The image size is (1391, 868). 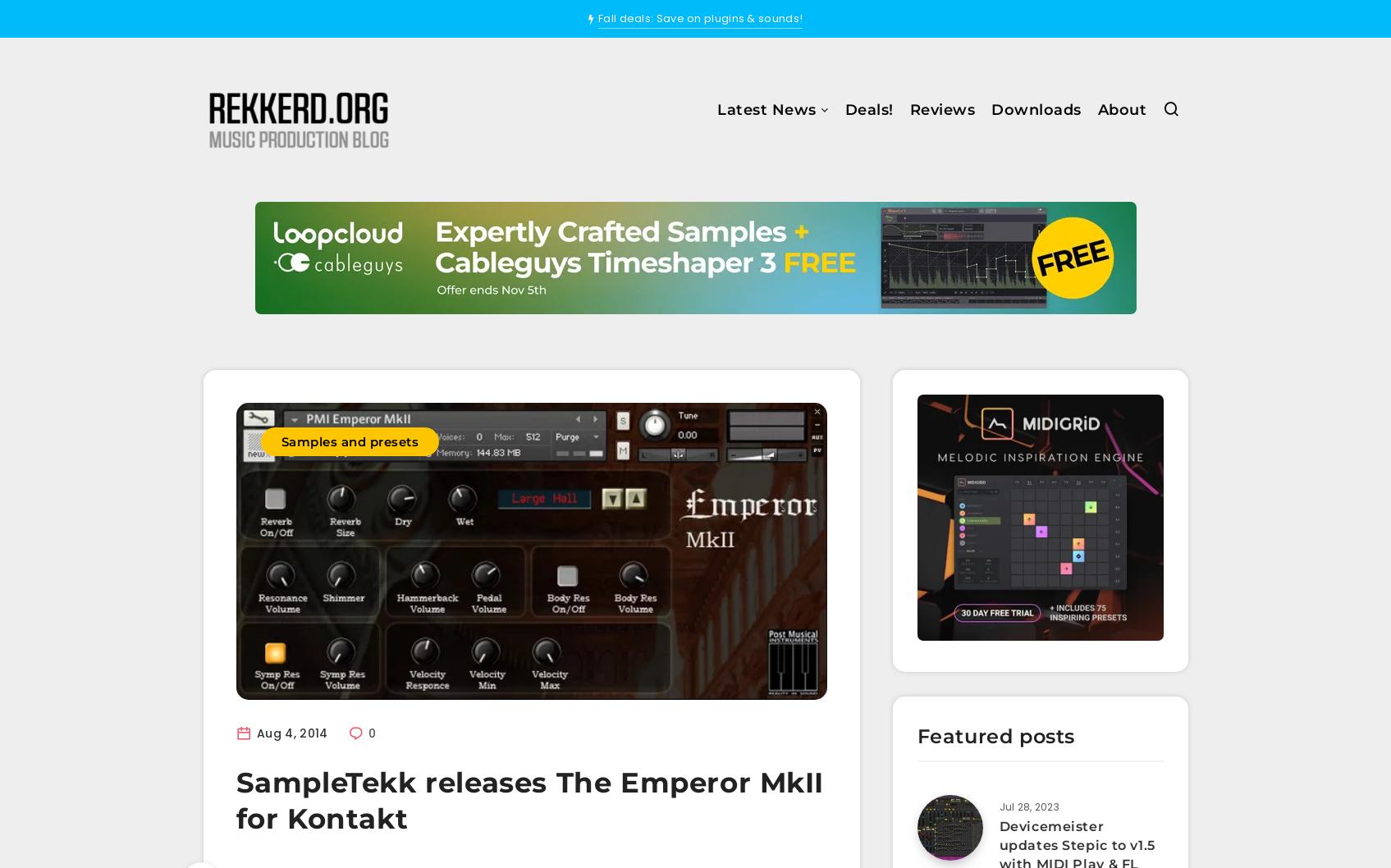 I want to click on 'Reviews', so click(x=941, y=109).